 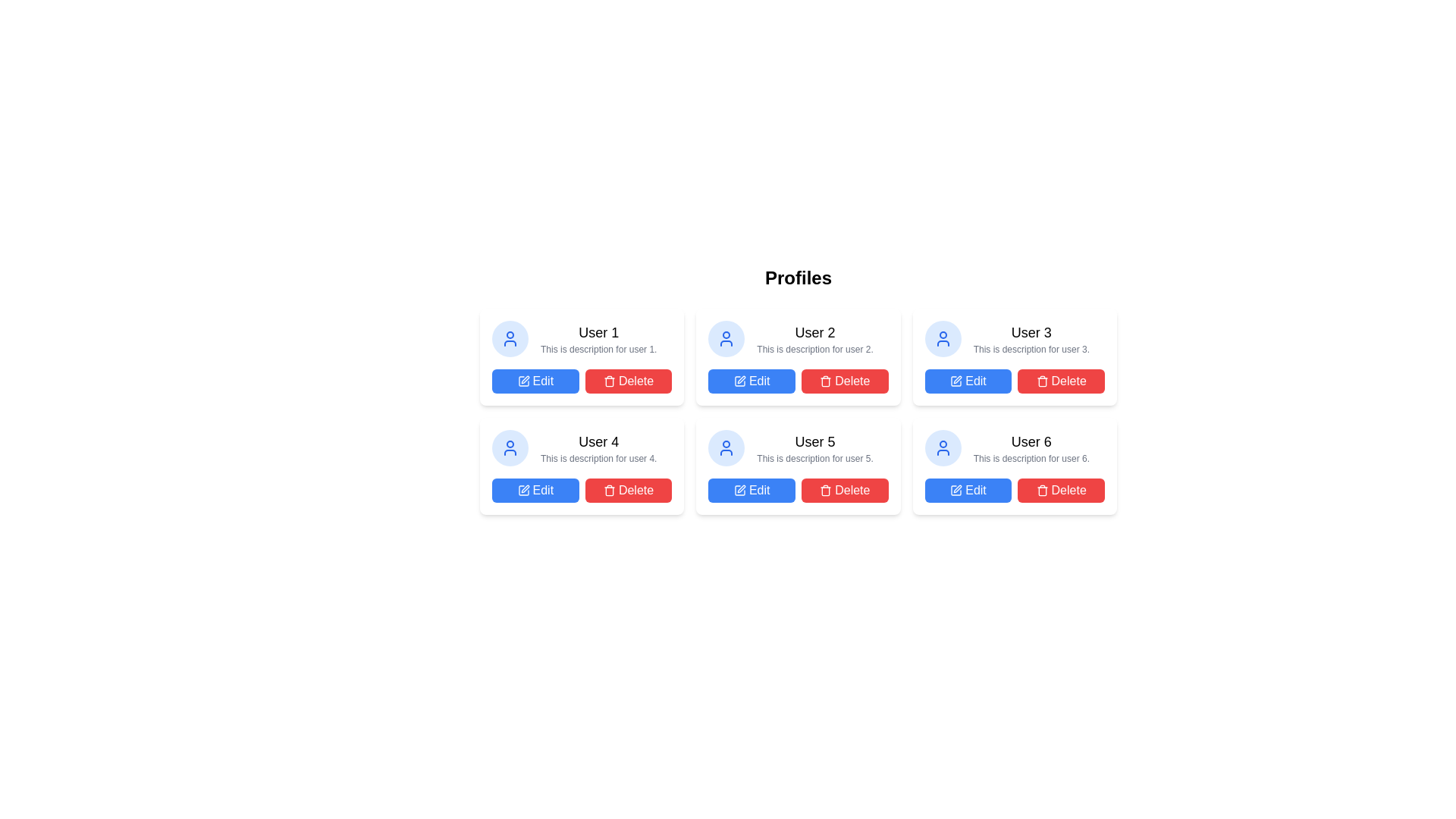 I want to click on the text block displaying the title 'User 2' and the description 'This is description for user 2.' located in the central column under the 'Profiles' section, so click(x=814, y=338).